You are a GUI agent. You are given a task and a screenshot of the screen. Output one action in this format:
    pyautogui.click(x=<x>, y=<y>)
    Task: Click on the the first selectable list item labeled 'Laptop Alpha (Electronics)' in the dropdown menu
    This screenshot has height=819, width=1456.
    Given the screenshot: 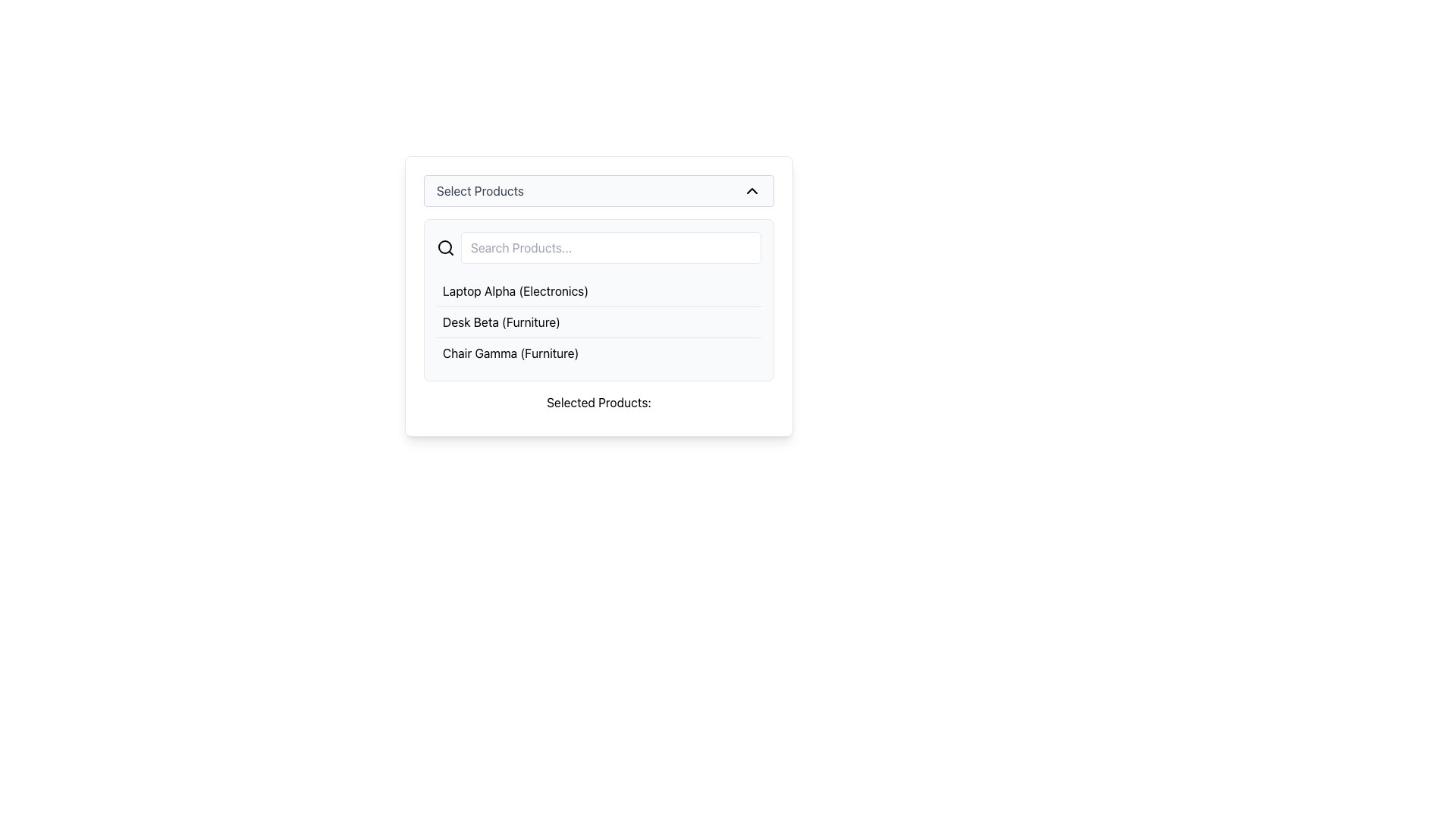 What is the action you would take?
    pyautogui.click(x=598, y=291)
    